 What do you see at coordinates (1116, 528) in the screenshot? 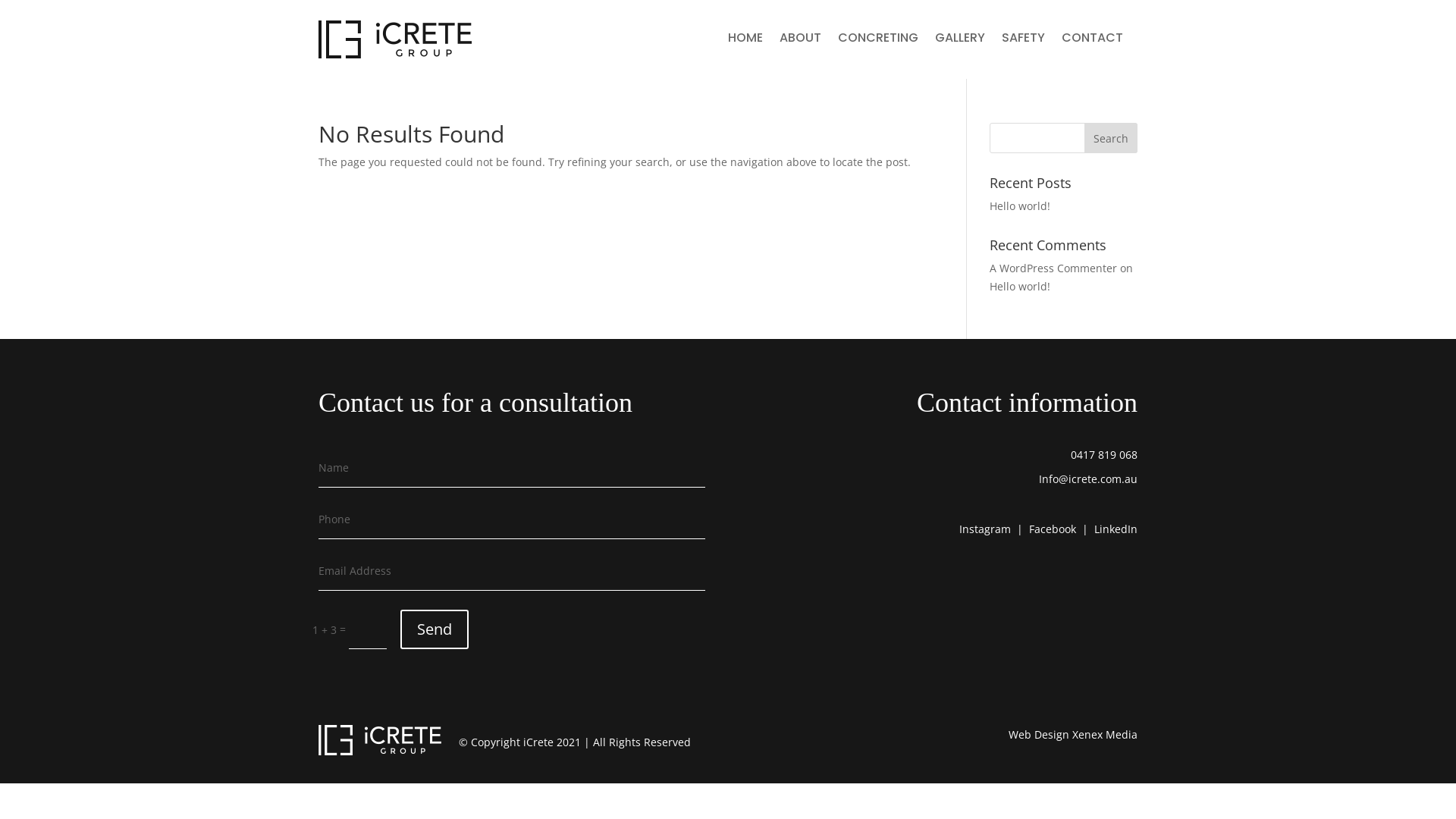
I see `'LinkedIn'` at bounding box center [1116, 528].